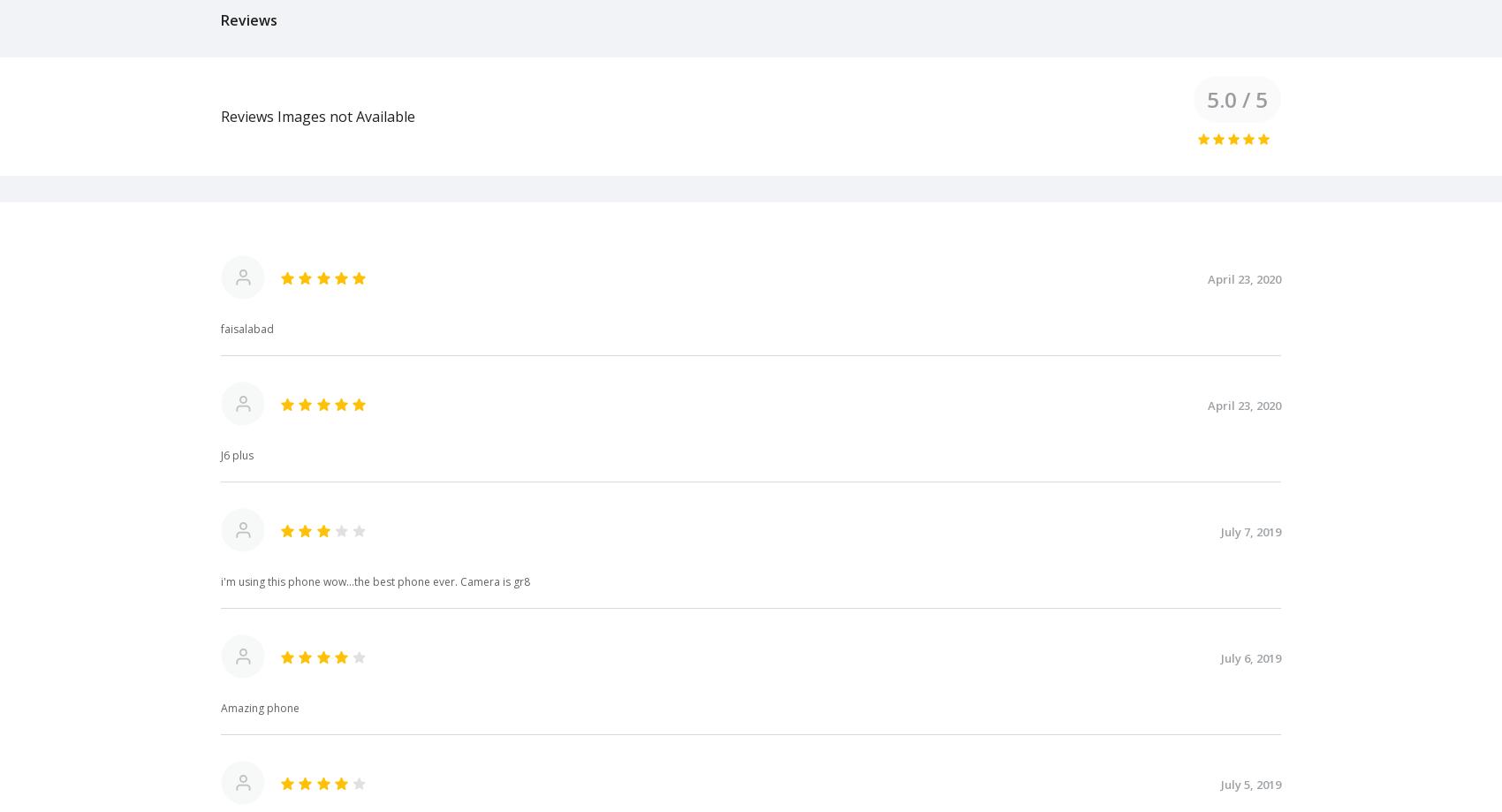  What do you see at coordinates (1236, 97) in the screenshot?
I see `'5.0 / 5'` at bounding box center [1236, 97].